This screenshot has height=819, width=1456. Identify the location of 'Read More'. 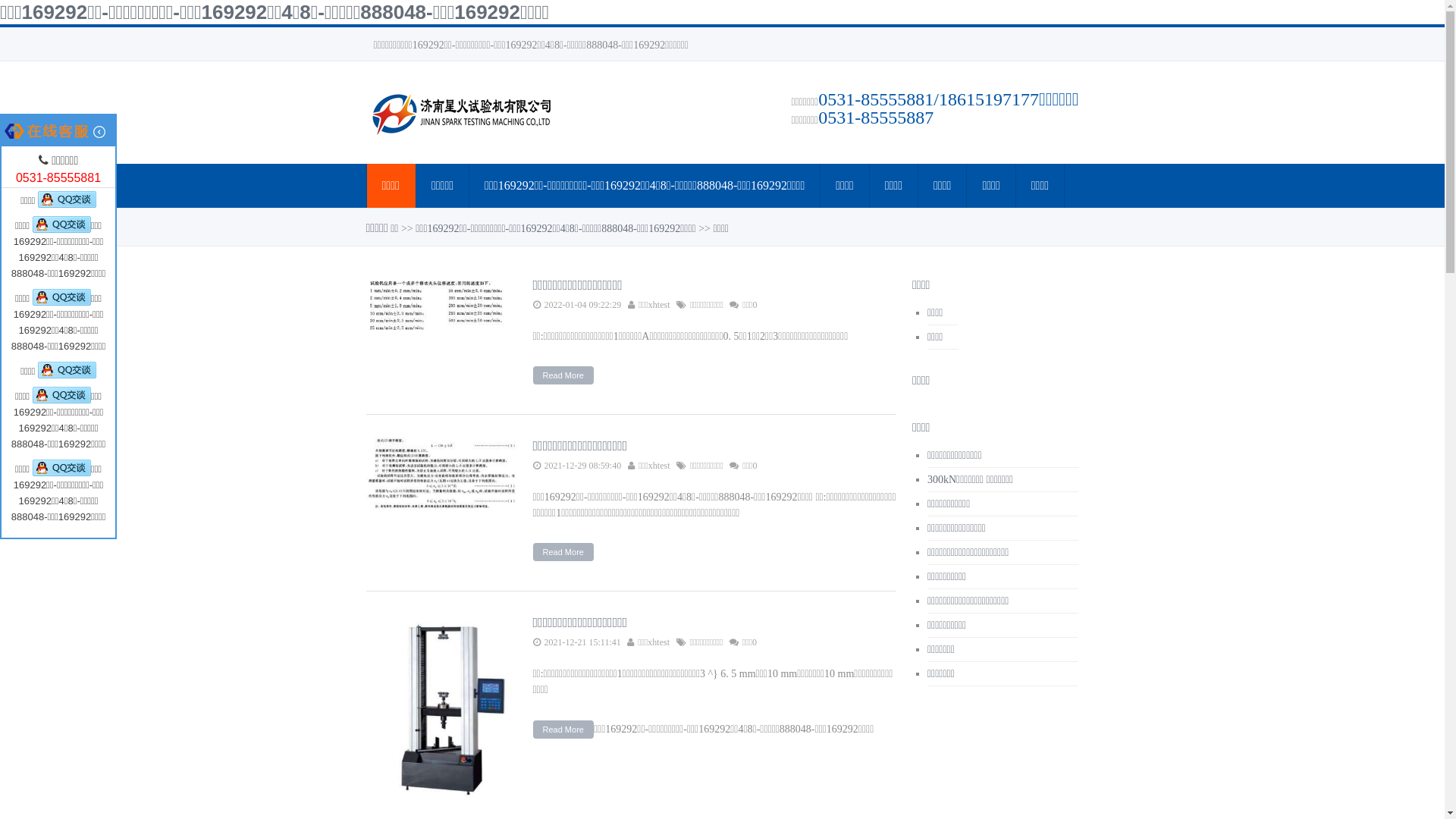
(562, 375).